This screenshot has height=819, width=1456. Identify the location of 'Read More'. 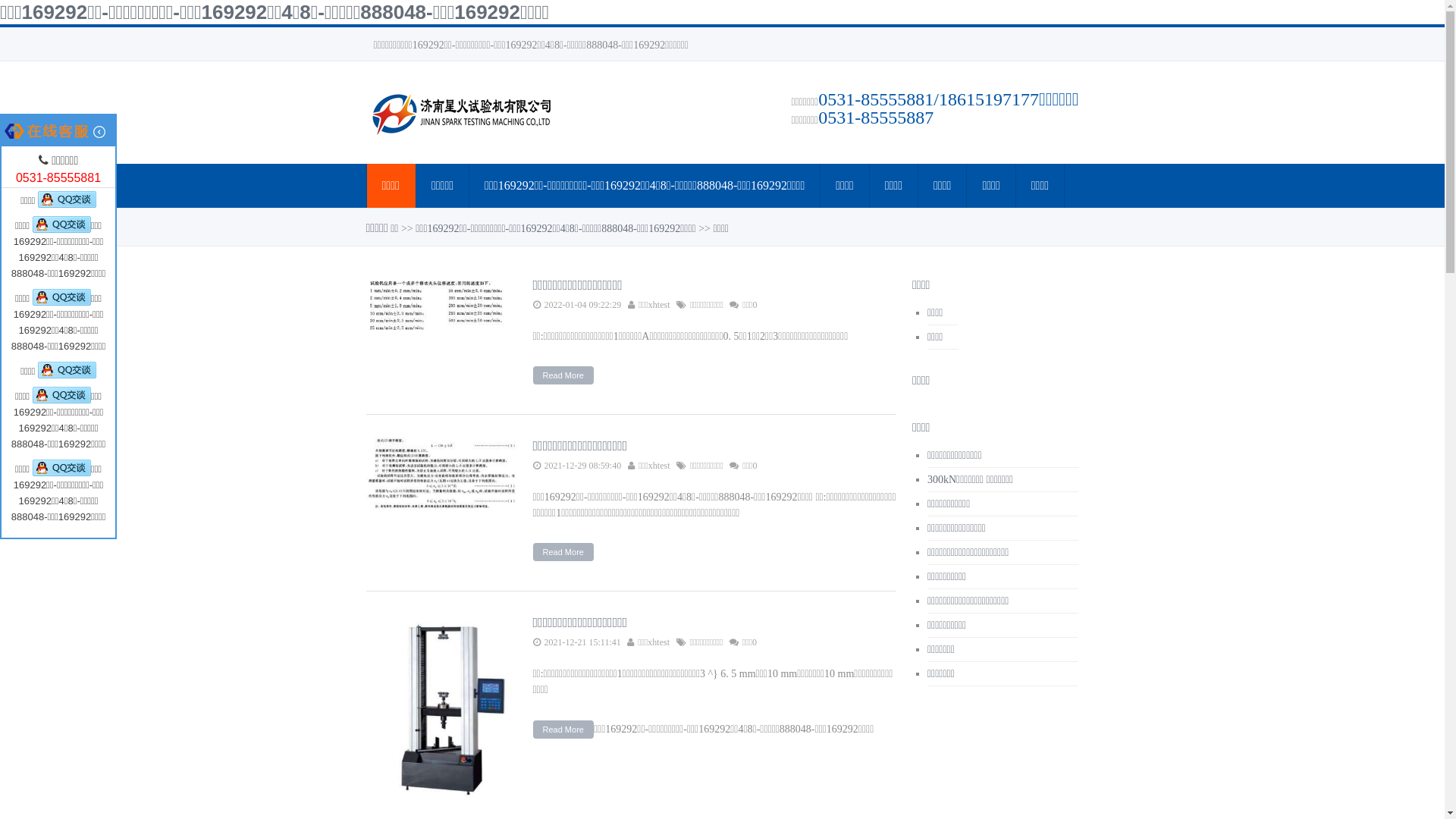
(562, 375).